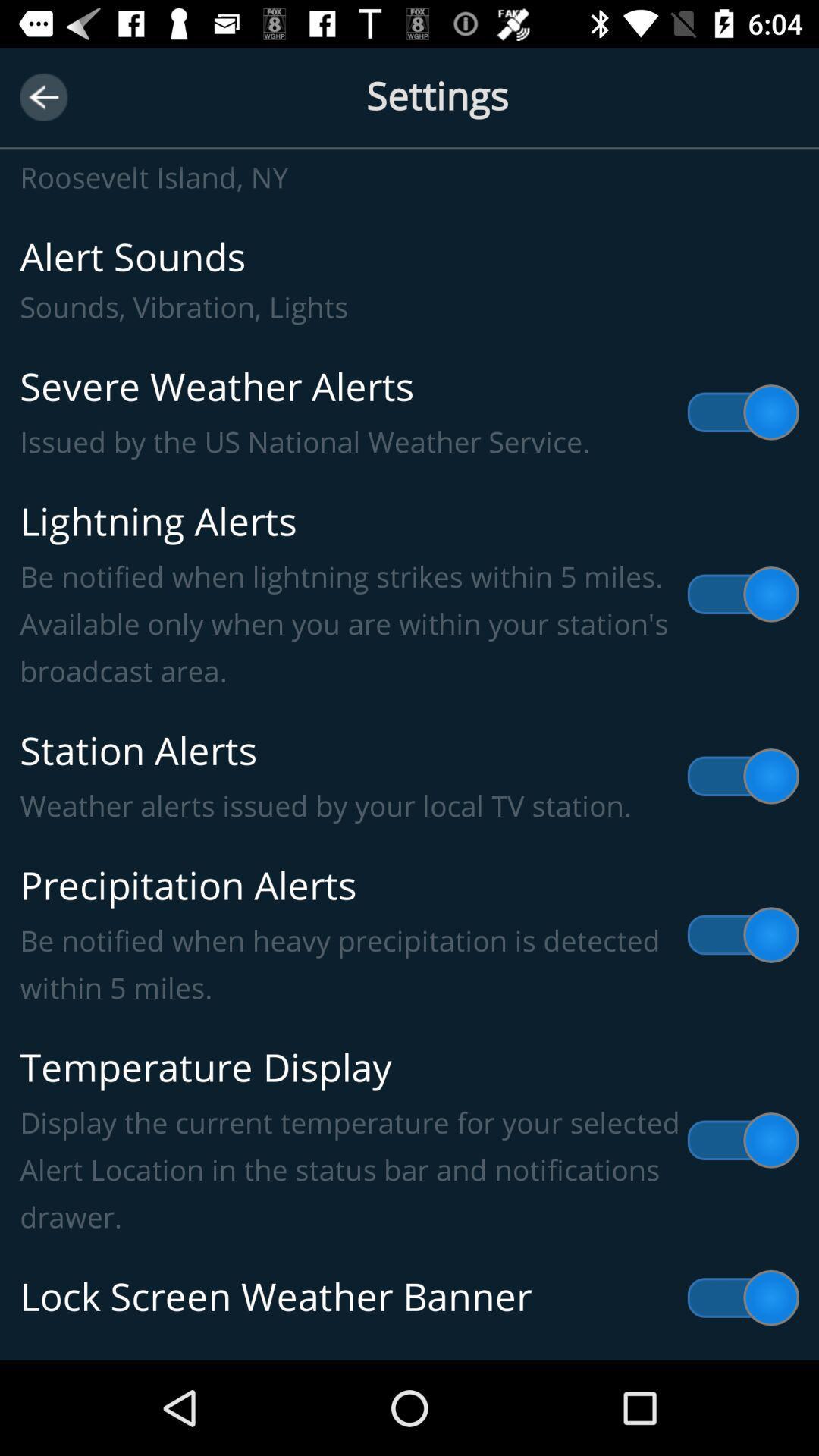 This screenshot has width=819, height=1456. Describe the element at coordinates (42, 96) in the screenshot. I see `icon to the left of the settings` at that location.